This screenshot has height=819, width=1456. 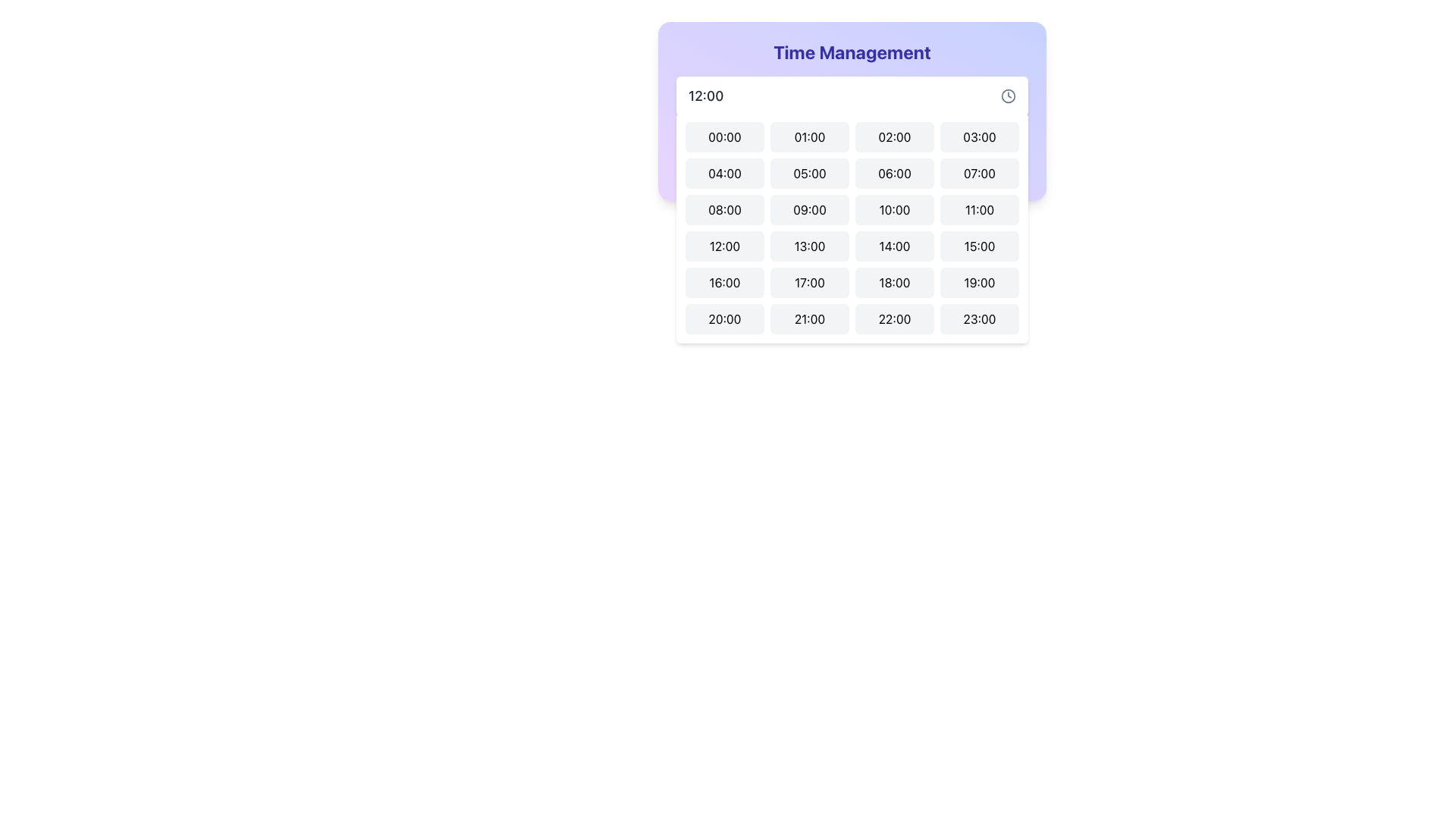 I want to click on the button labeled '02:00' located in the first row and third column of the grid, so click(x=895, y=137).